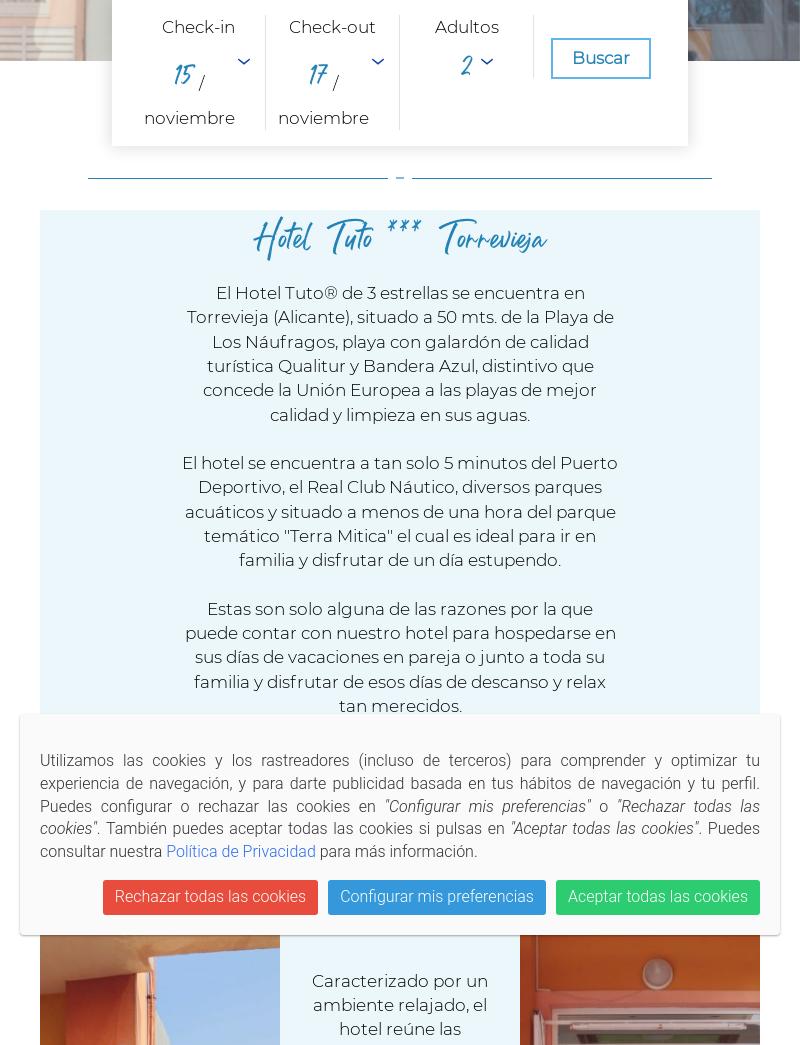 This screenshot has height=1045, width=800. I want to click on 'Estas son solo alguna de las razones por la que puede contar con nuestro hotel para hospedarse en sus días de vacaciones en pareja o junto a toda su familia y disfrutar de esos días de descanso y relax tan merecidos.', so click(398, 656).